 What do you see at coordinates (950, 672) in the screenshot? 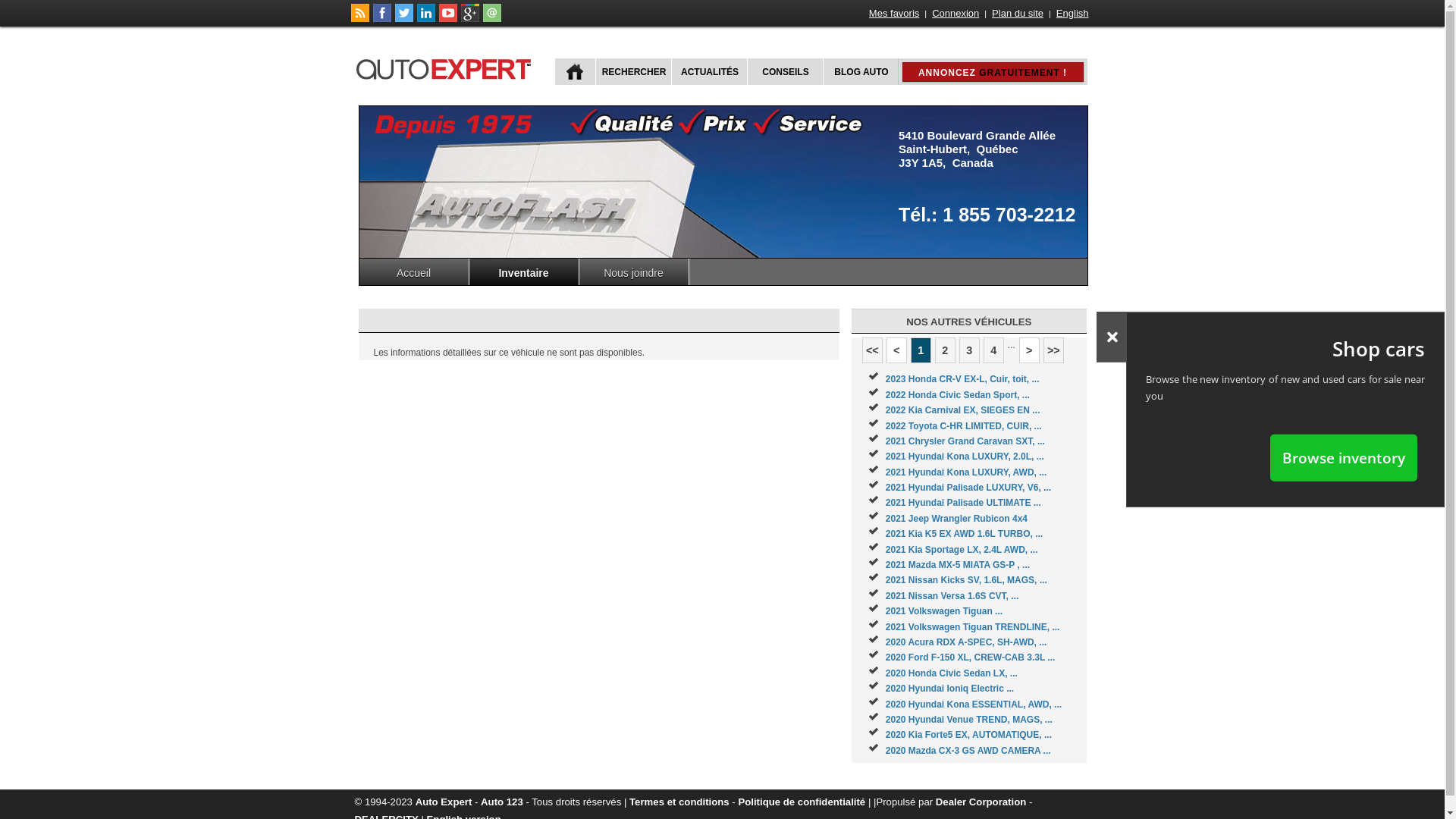
I see `'2020 Honda Civic Sedan LX, ...'` at bounding box center [950, 672].